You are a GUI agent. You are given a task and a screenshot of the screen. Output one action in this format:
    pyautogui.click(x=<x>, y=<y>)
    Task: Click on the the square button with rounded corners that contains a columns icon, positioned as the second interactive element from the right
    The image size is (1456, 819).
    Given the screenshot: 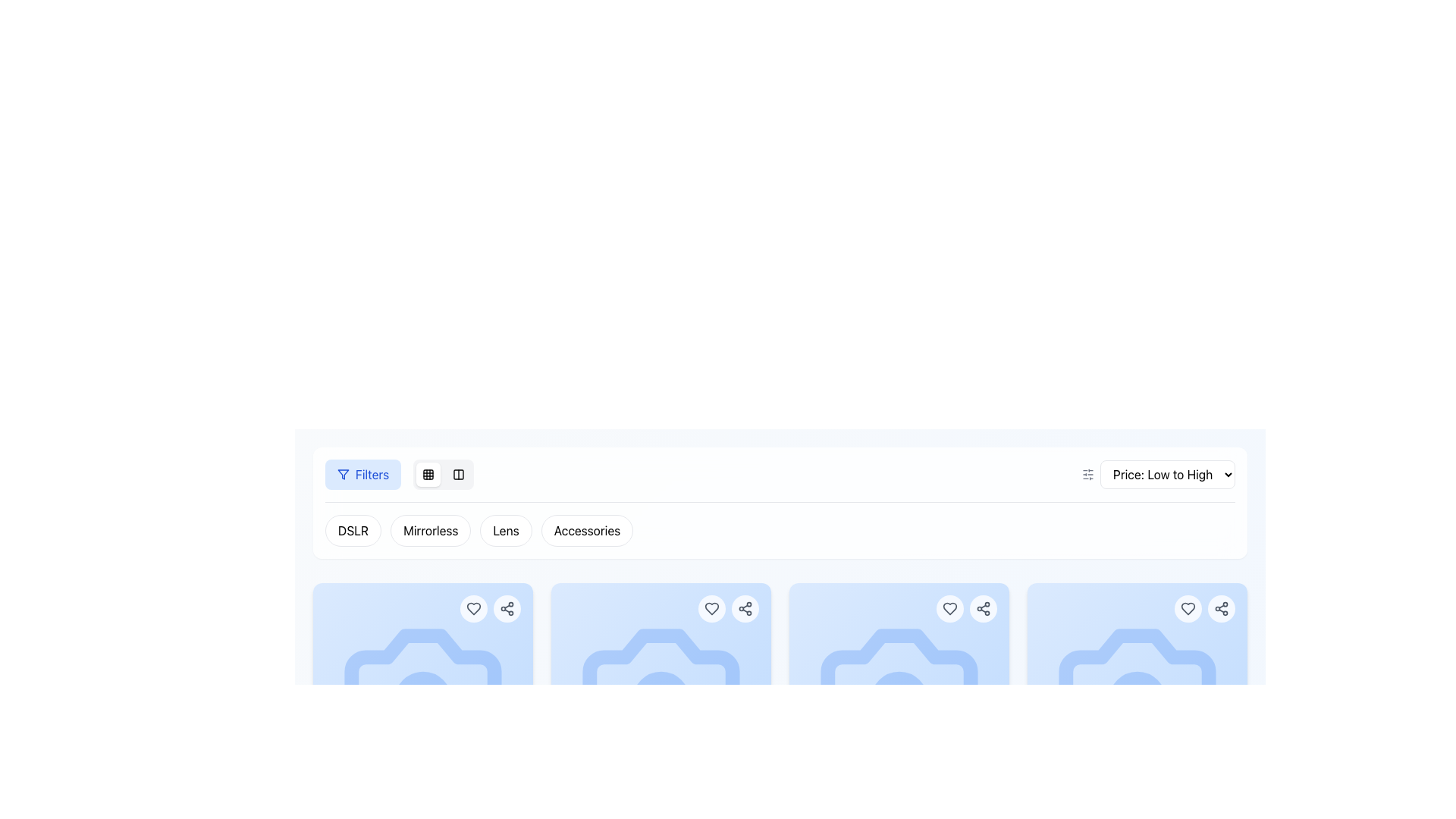 What is the action you would take?
    pyautogui.click(x=458, y=473)
    